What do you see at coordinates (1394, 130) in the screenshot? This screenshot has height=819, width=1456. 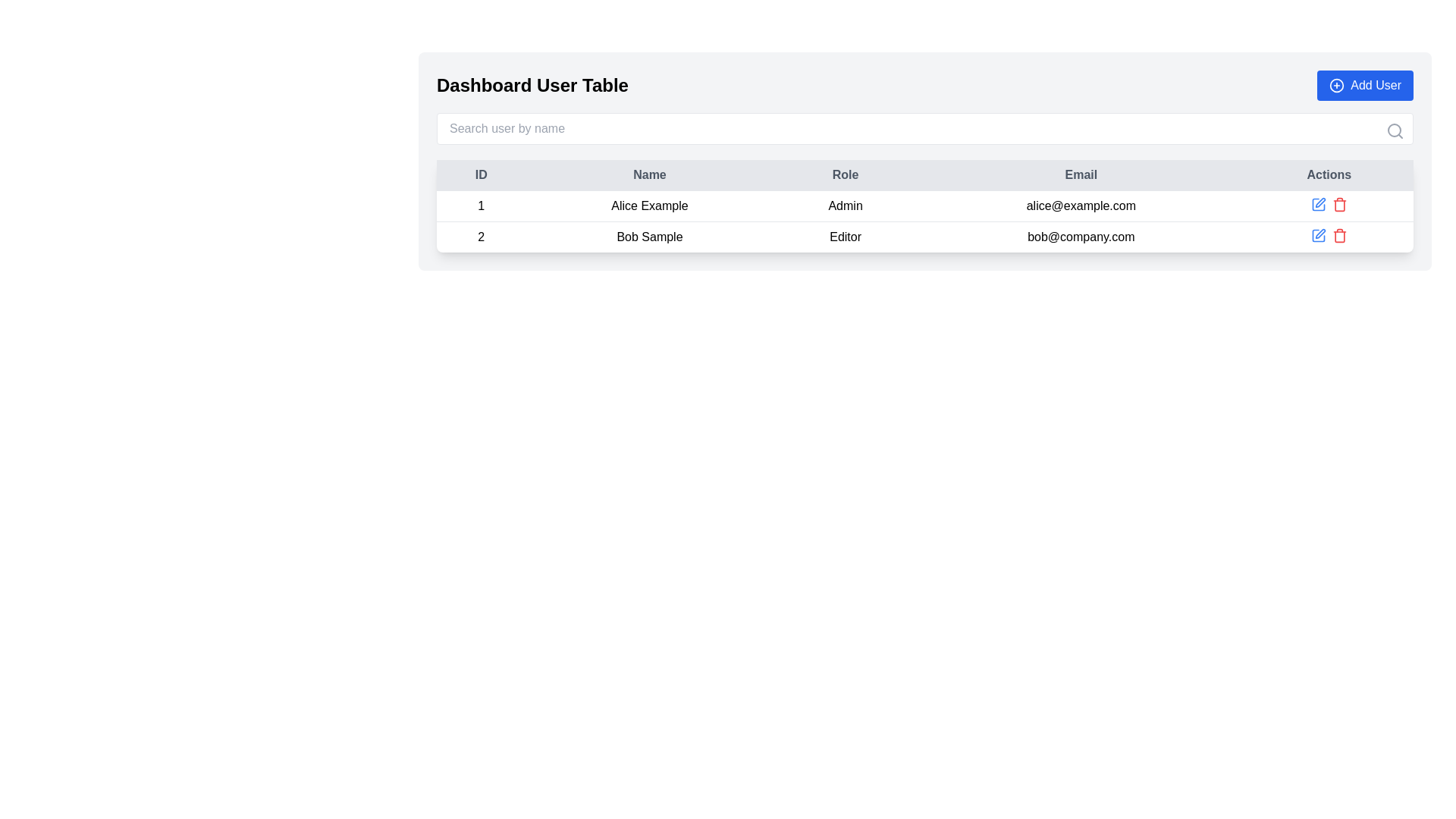 I see `the SVG Circle element styled with a stroke, located within the magnifying glass icon in the top-right corner of the search bar at the top of the dashboard interface` at bounding box center [1394, 130].